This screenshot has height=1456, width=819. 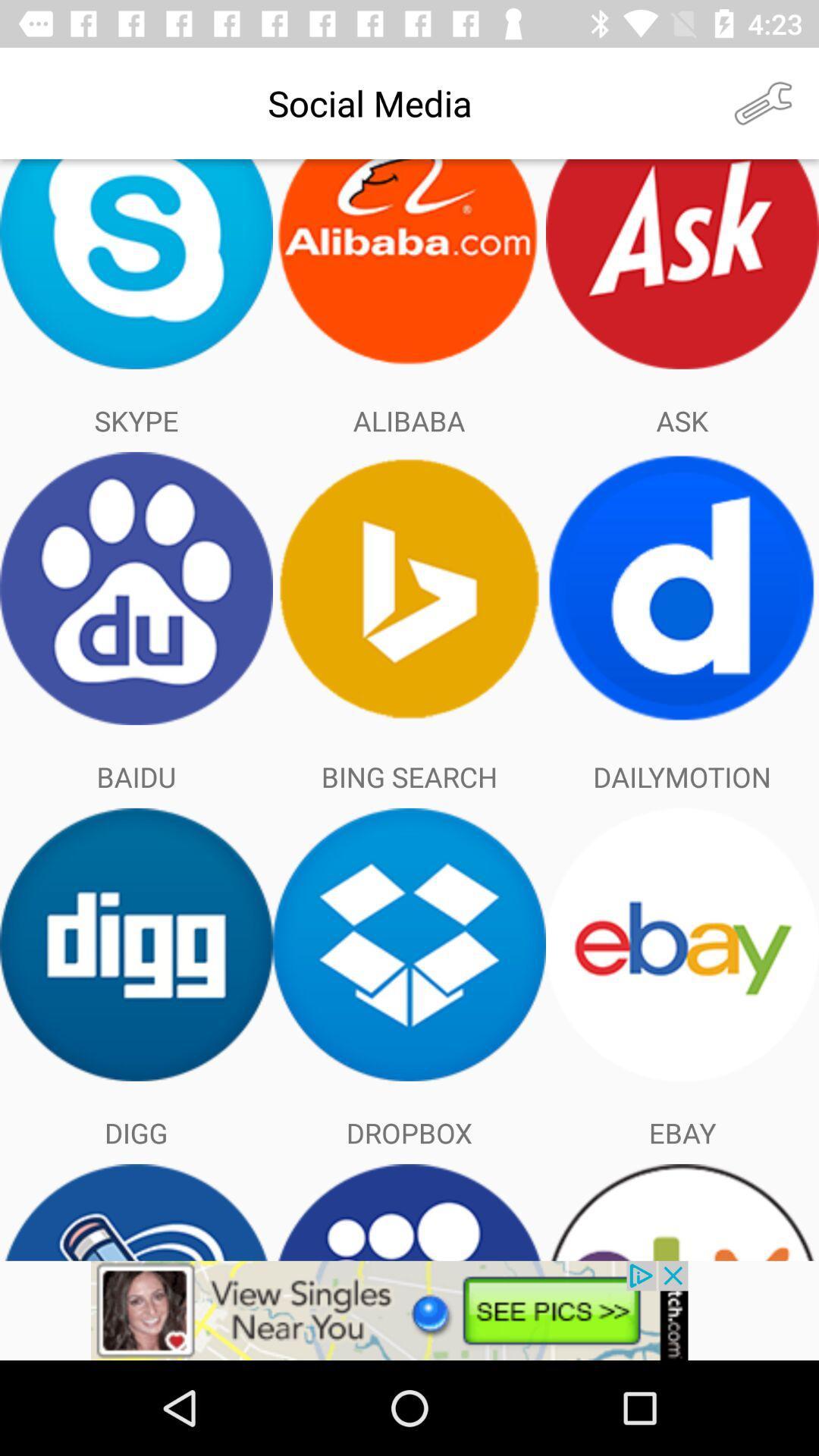 What do you see at coordinates (409, 1310) in the screenshot?
I see `image` at bounding box center [409, 1310].